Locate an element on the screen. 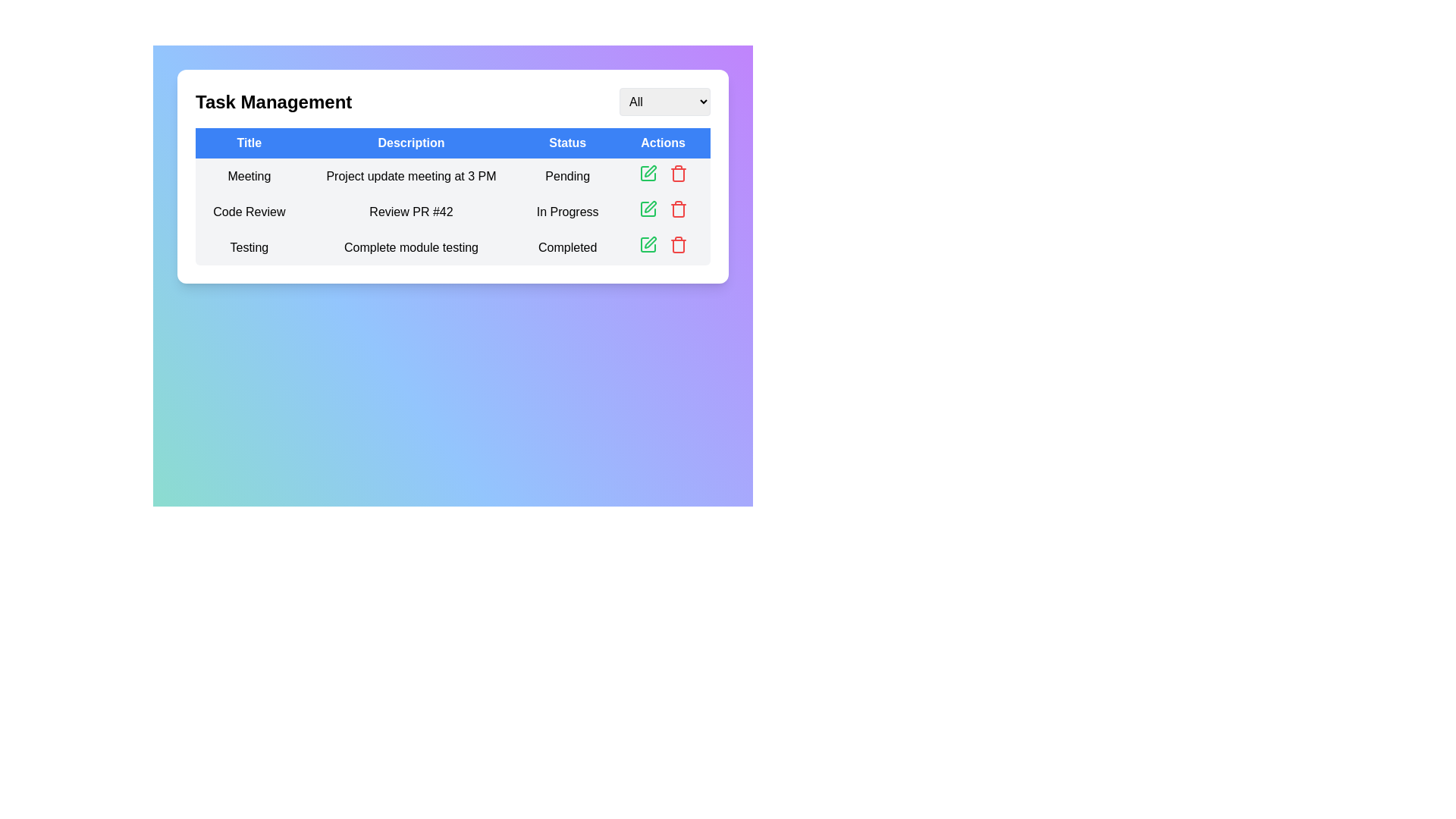 Image resolution: width=1456 pixels, height=819 pixels. the 'edit' button located in the 'Actions' column of the task management table for the 'Meeting' task to initiate editing the task details is located at coordinates (648, 172).